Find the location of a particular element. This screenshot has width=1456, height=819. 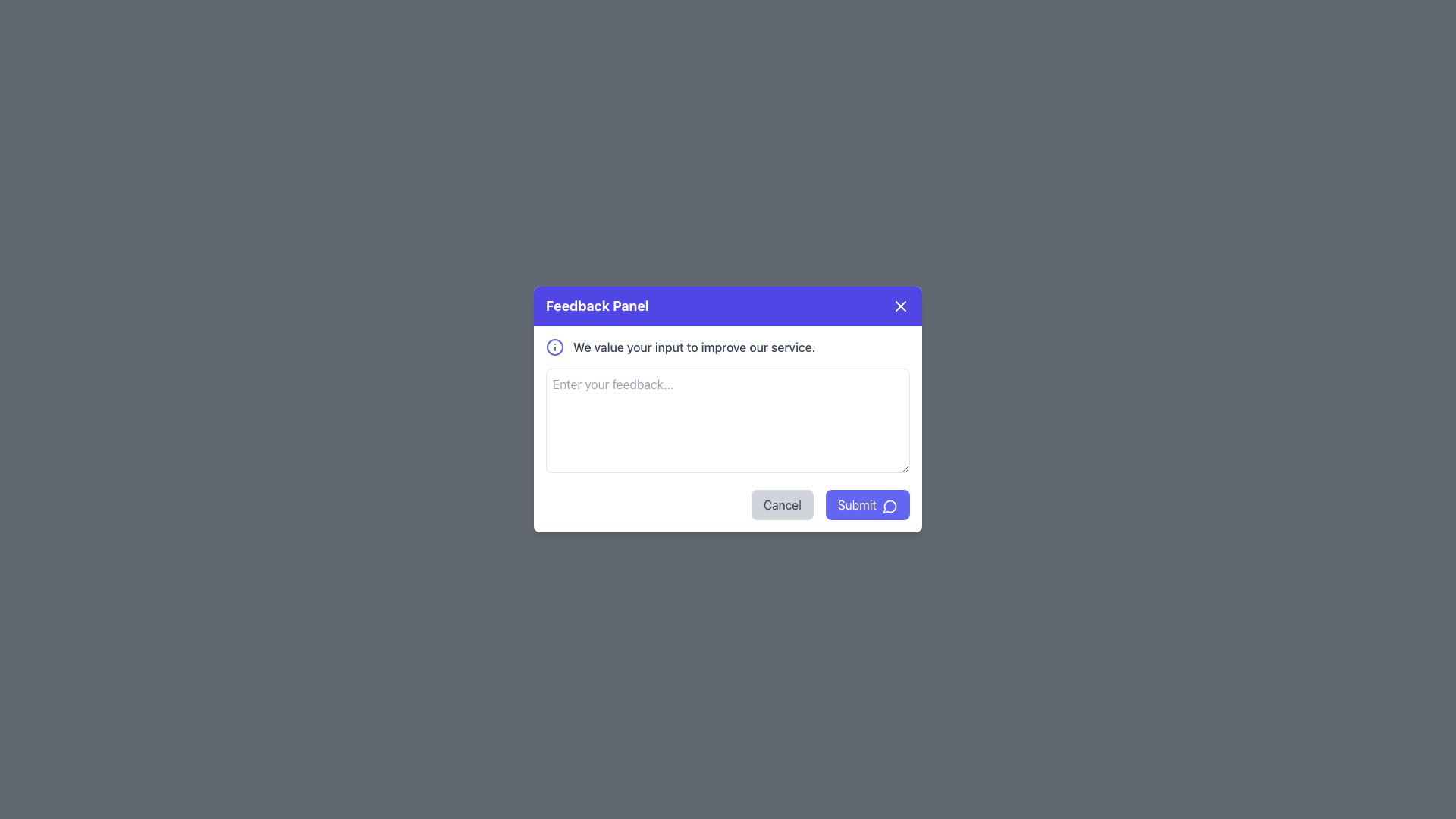

the second button in the bottom-right corner of the popup panel is located at coordinates (868, 505).